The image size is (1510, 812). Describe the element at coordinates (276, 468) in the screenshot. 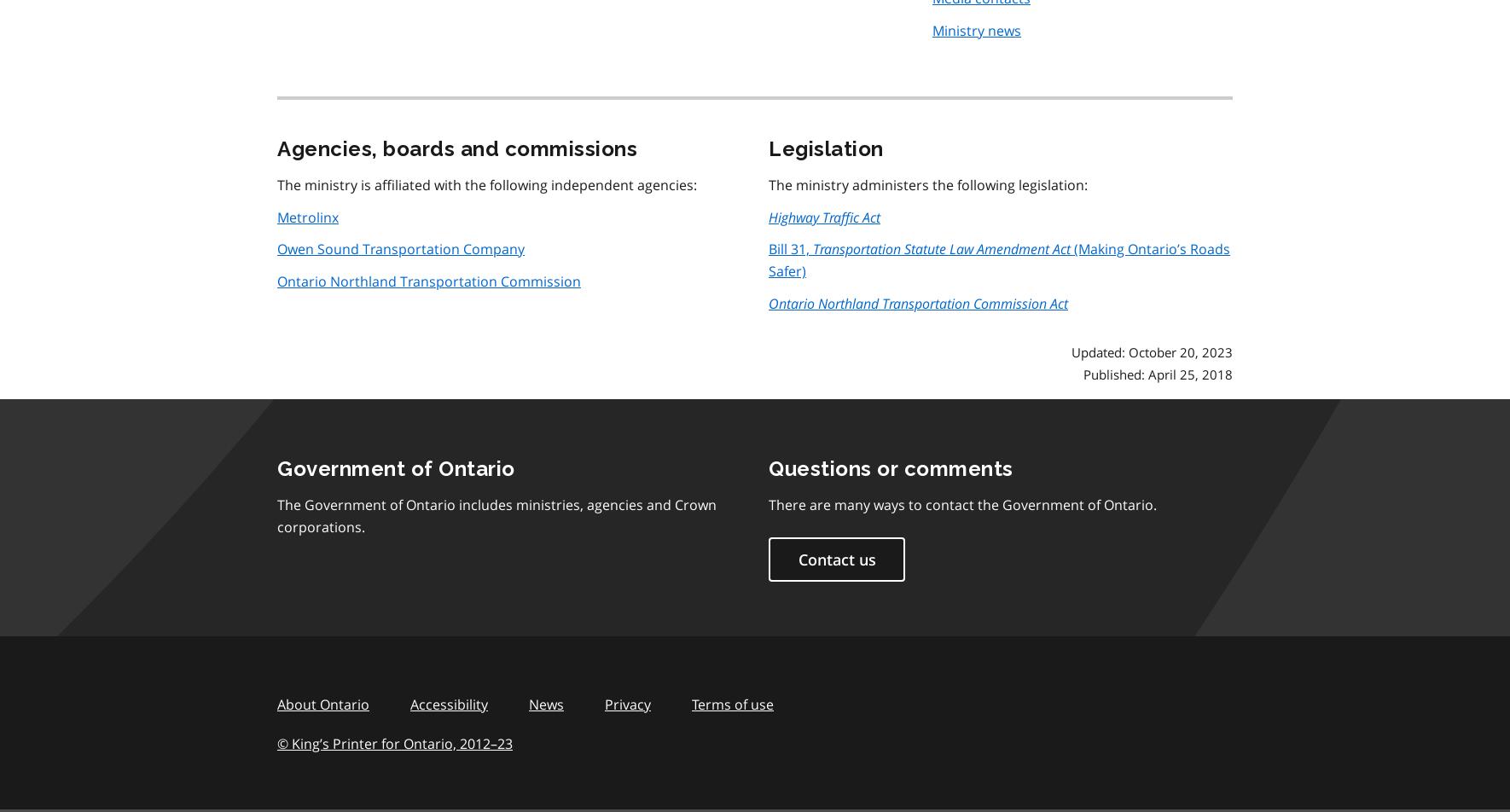

I see `'Government of Ontario'` at that location.